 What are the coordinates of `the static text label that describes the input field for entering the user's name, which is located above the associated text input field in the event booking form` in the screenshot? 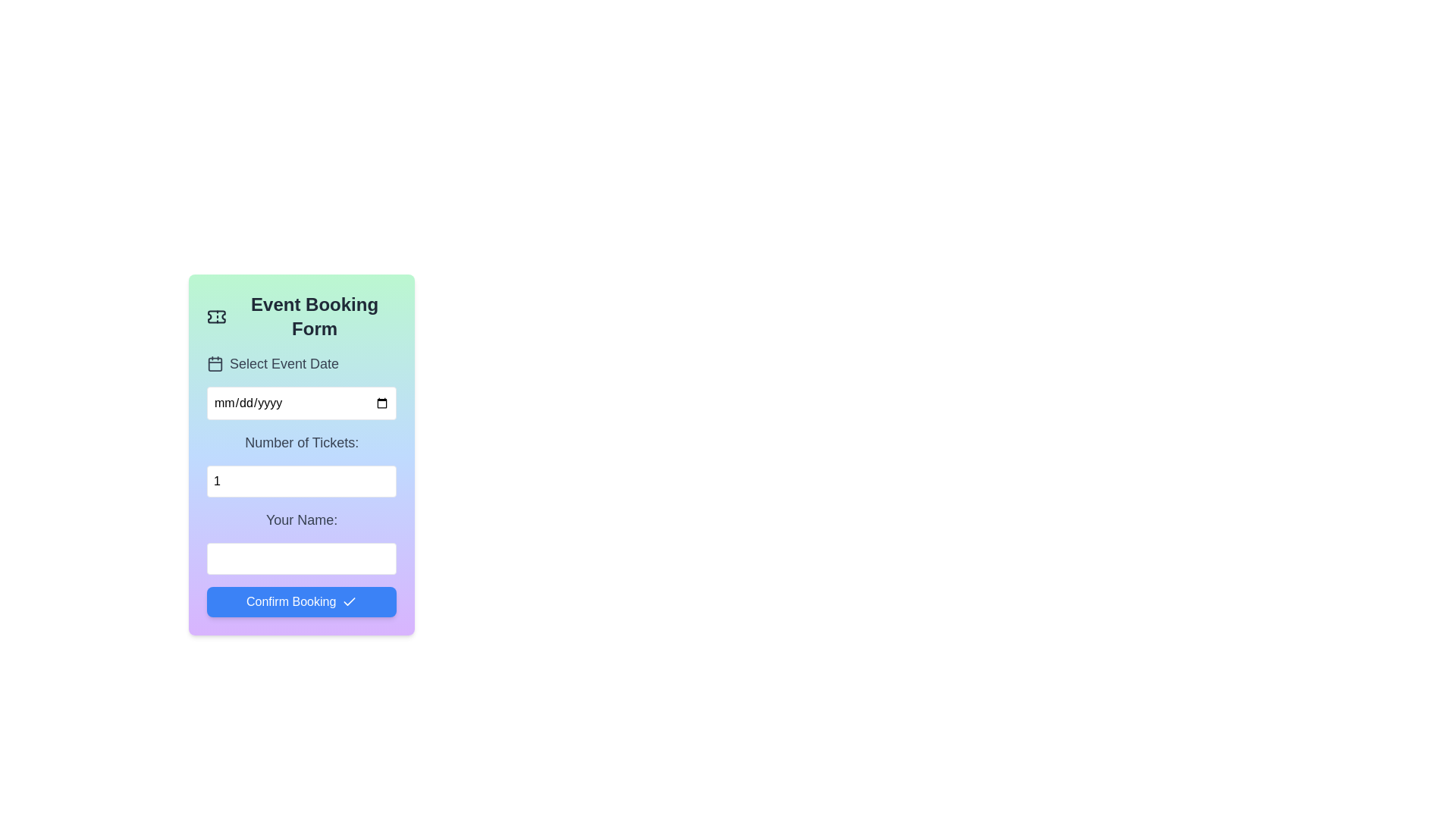 It's located at (302, 519).